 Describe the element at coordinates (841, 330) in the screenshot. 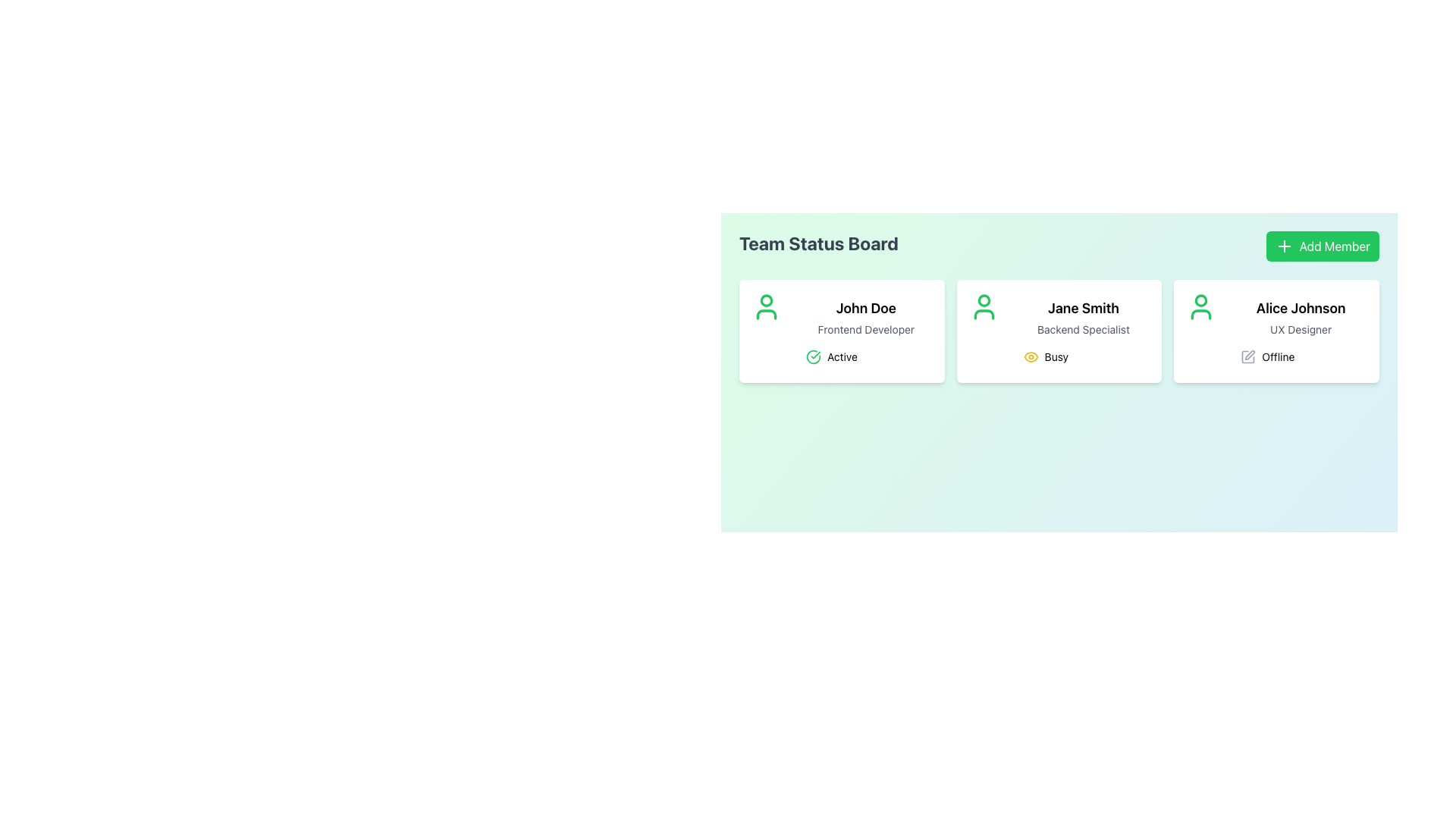

I see `the Informational card displaying an individual's role and status, which is the first card in a row of three cards at the top left of the grid` at that location.